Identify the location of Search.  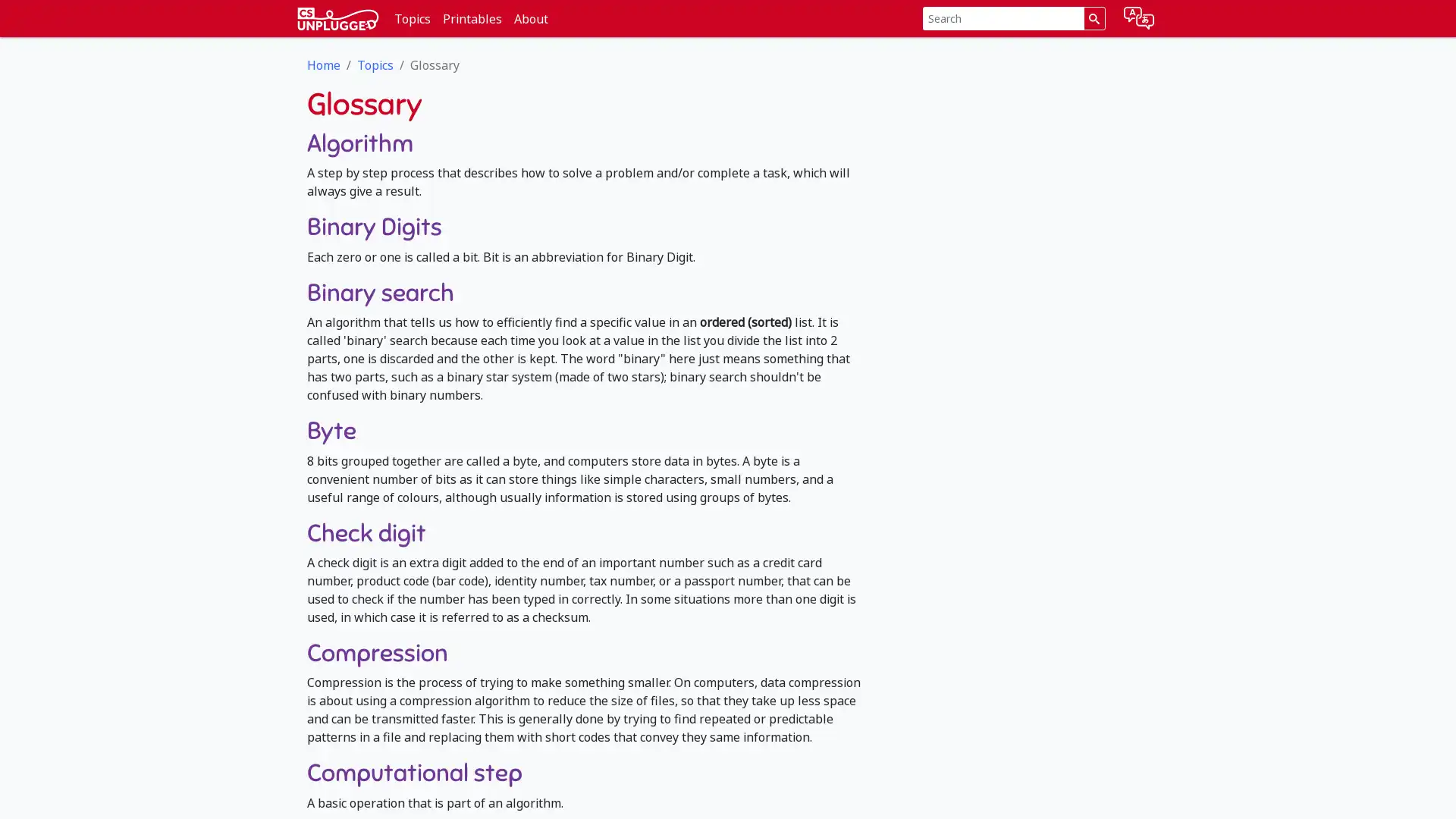
(1094, 18).